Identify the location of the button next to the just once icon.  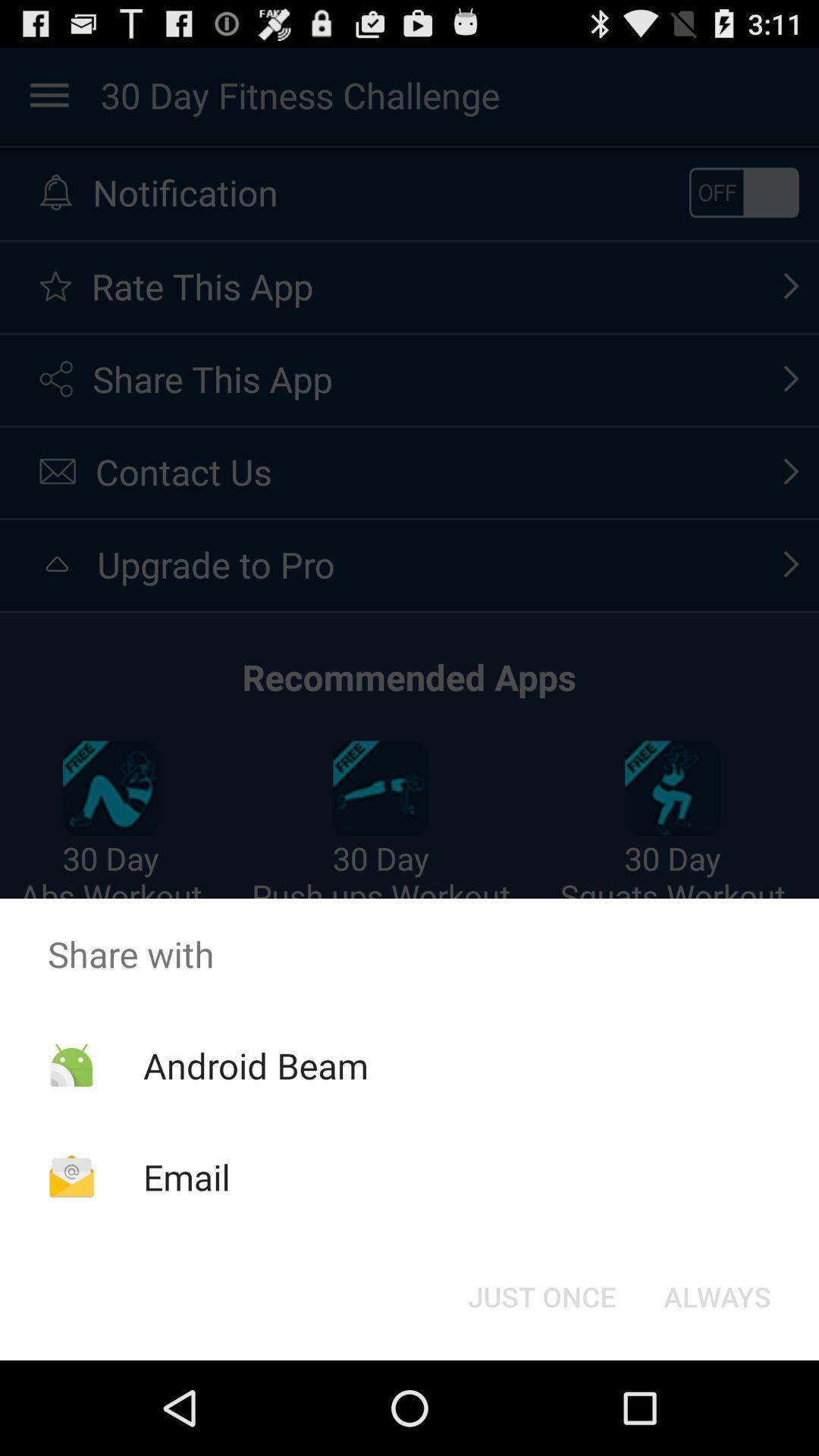
(717, 1295).